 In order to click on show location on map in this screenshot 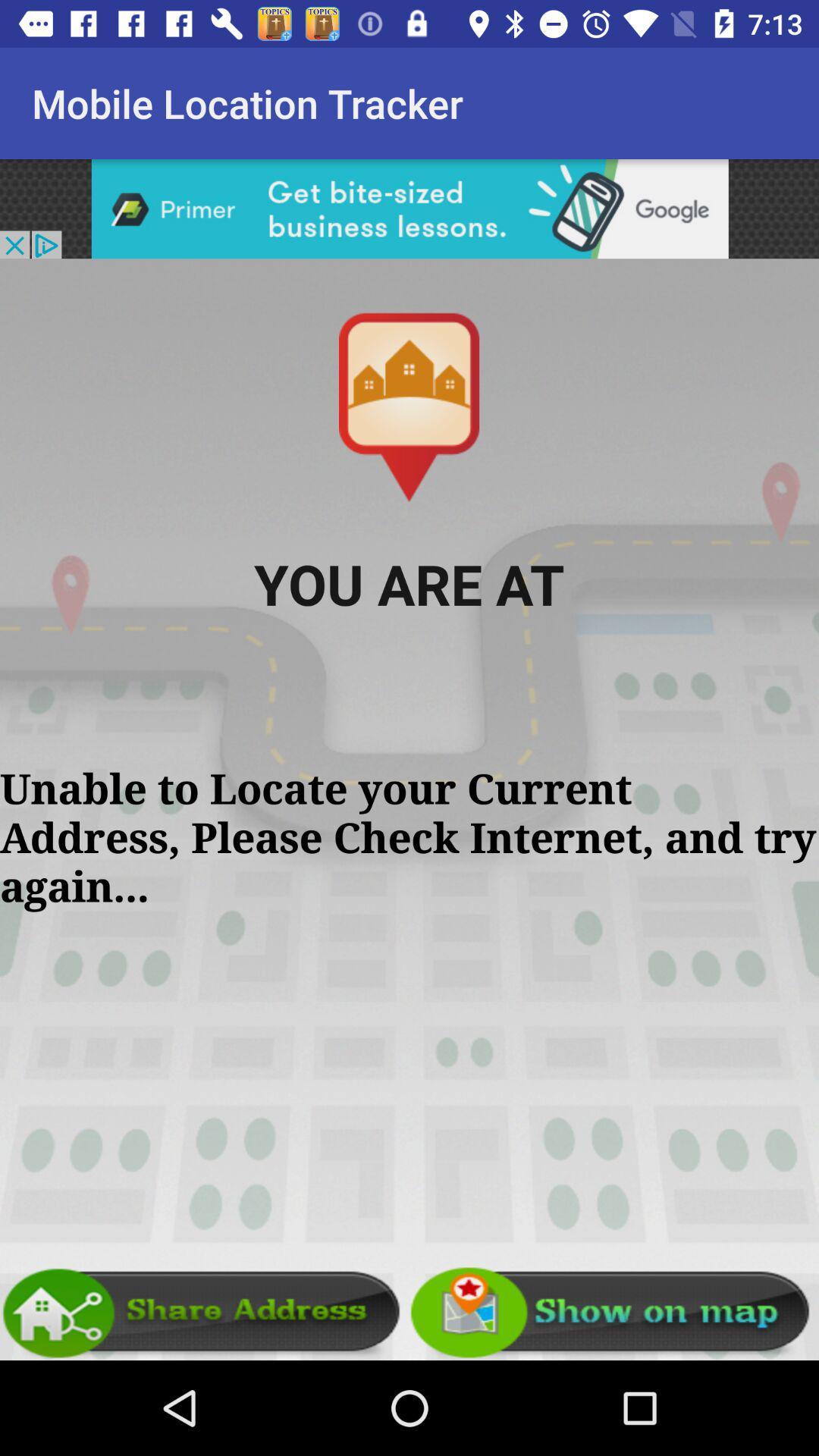, I will do `click(614, 1312)`.